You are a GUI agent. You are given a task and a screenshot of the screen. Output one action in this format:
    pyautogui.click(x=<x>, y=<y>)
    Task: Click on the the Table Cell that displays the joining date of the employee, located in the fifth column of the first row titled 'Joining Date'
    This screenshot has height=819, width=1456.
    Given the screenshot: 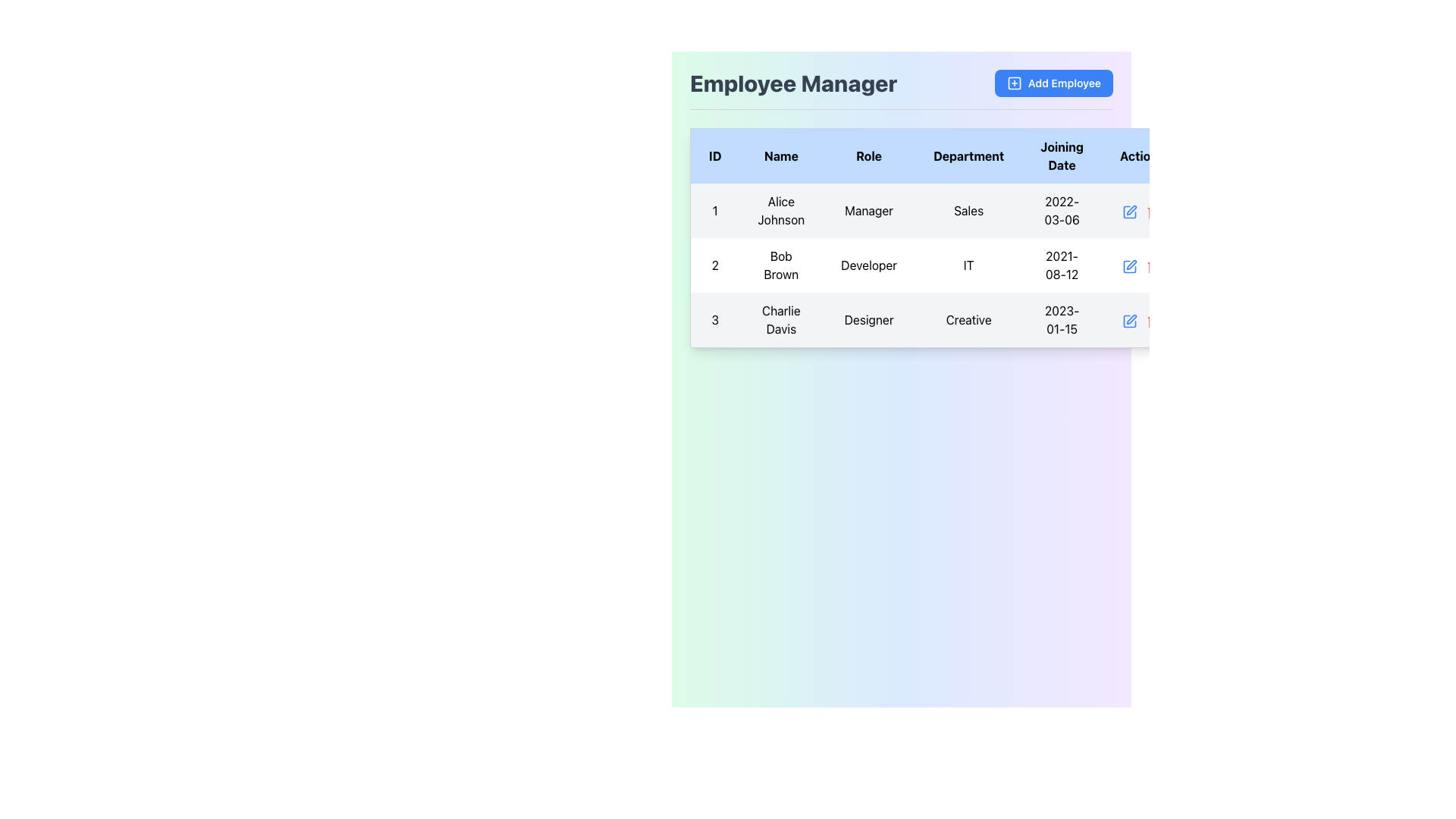 What is the action you would take?
    pyautogui.click(x=1061, y=210)
    